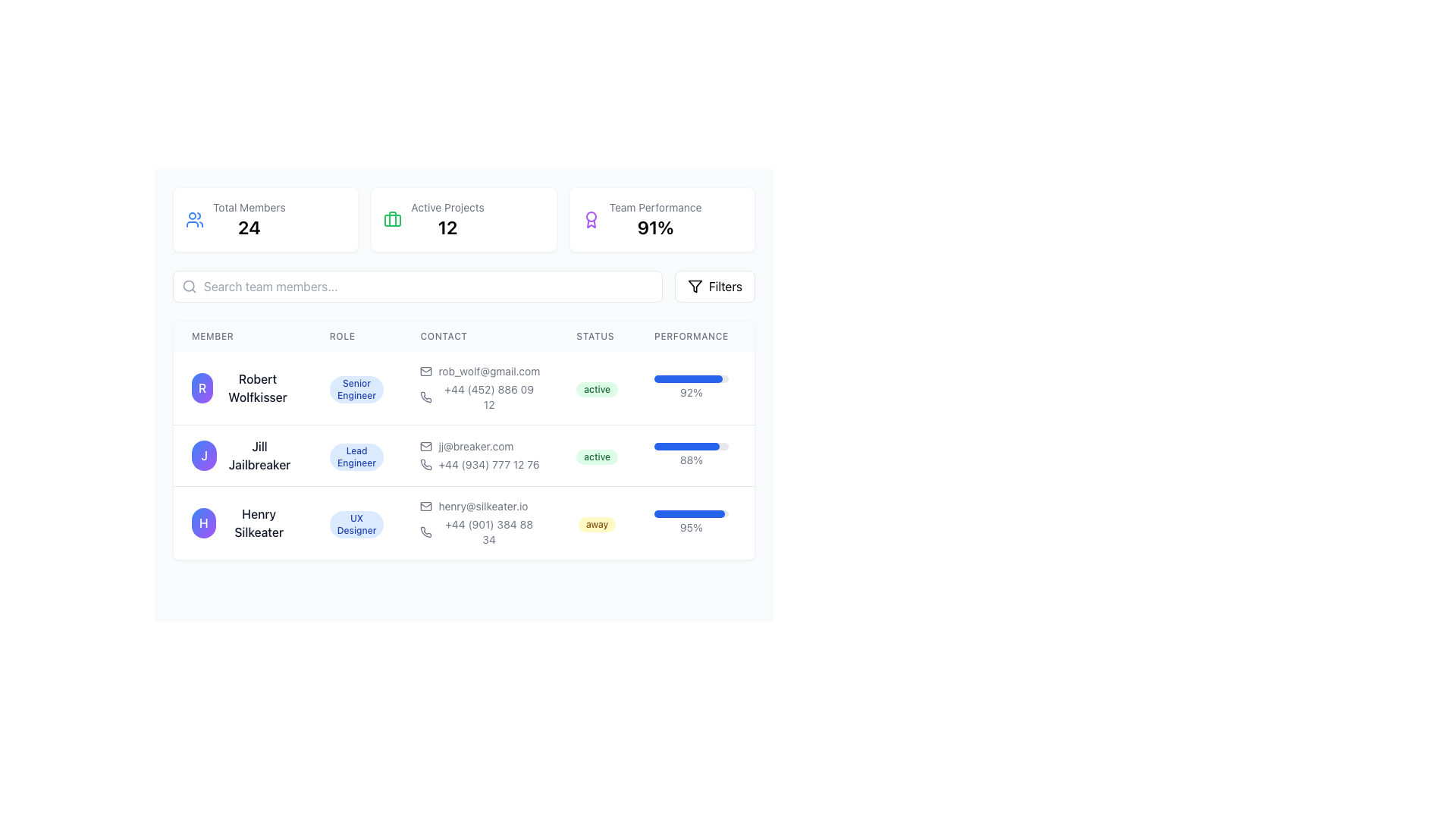 The height and width of the screenshot is (819, 1456). I want to click on the second row of the List Item in the team member information panel, so click(500, 455).